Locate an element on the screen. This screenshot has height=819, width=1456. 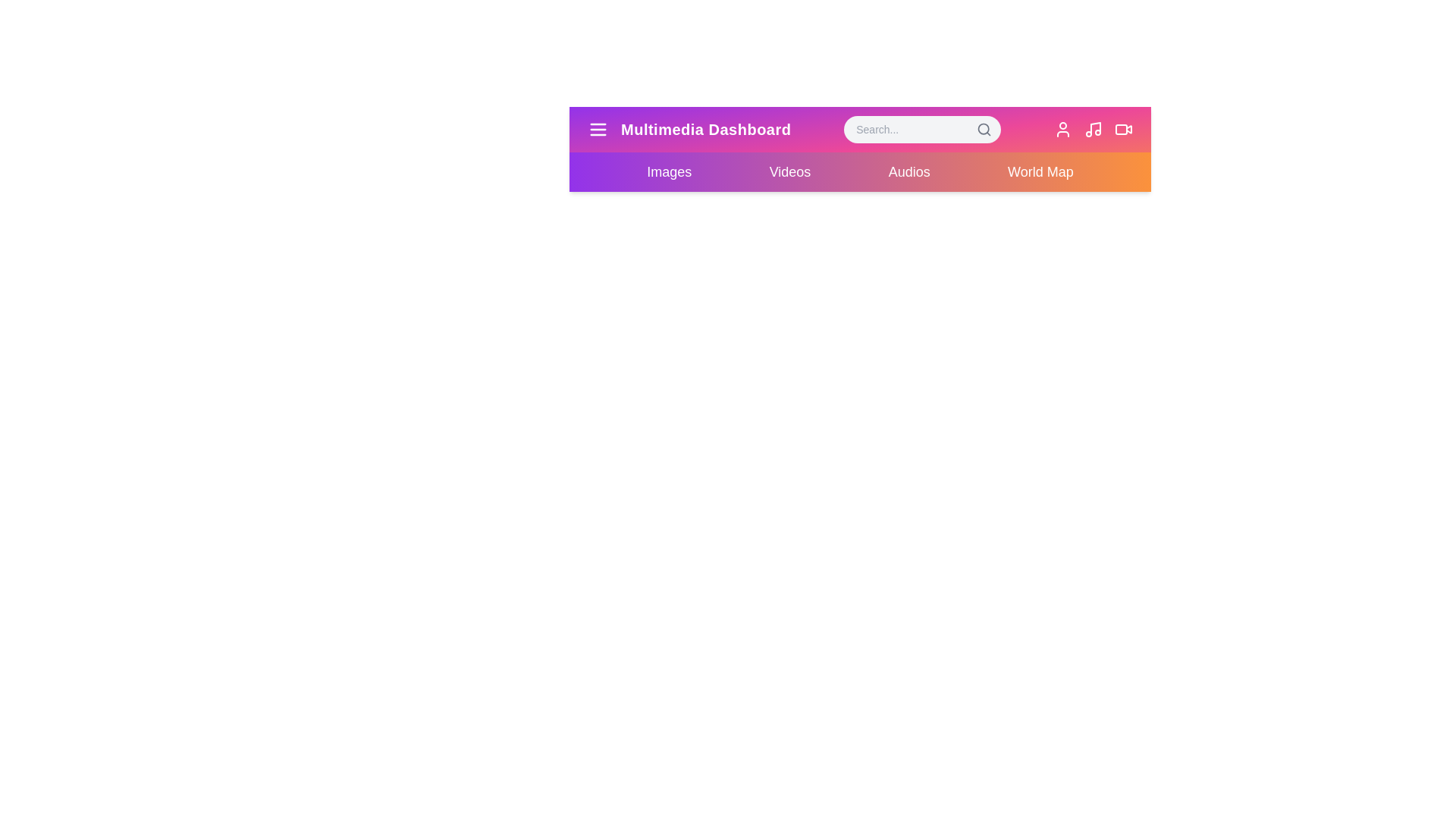
the video icon to play a video is located at coordinates (1124, 128).